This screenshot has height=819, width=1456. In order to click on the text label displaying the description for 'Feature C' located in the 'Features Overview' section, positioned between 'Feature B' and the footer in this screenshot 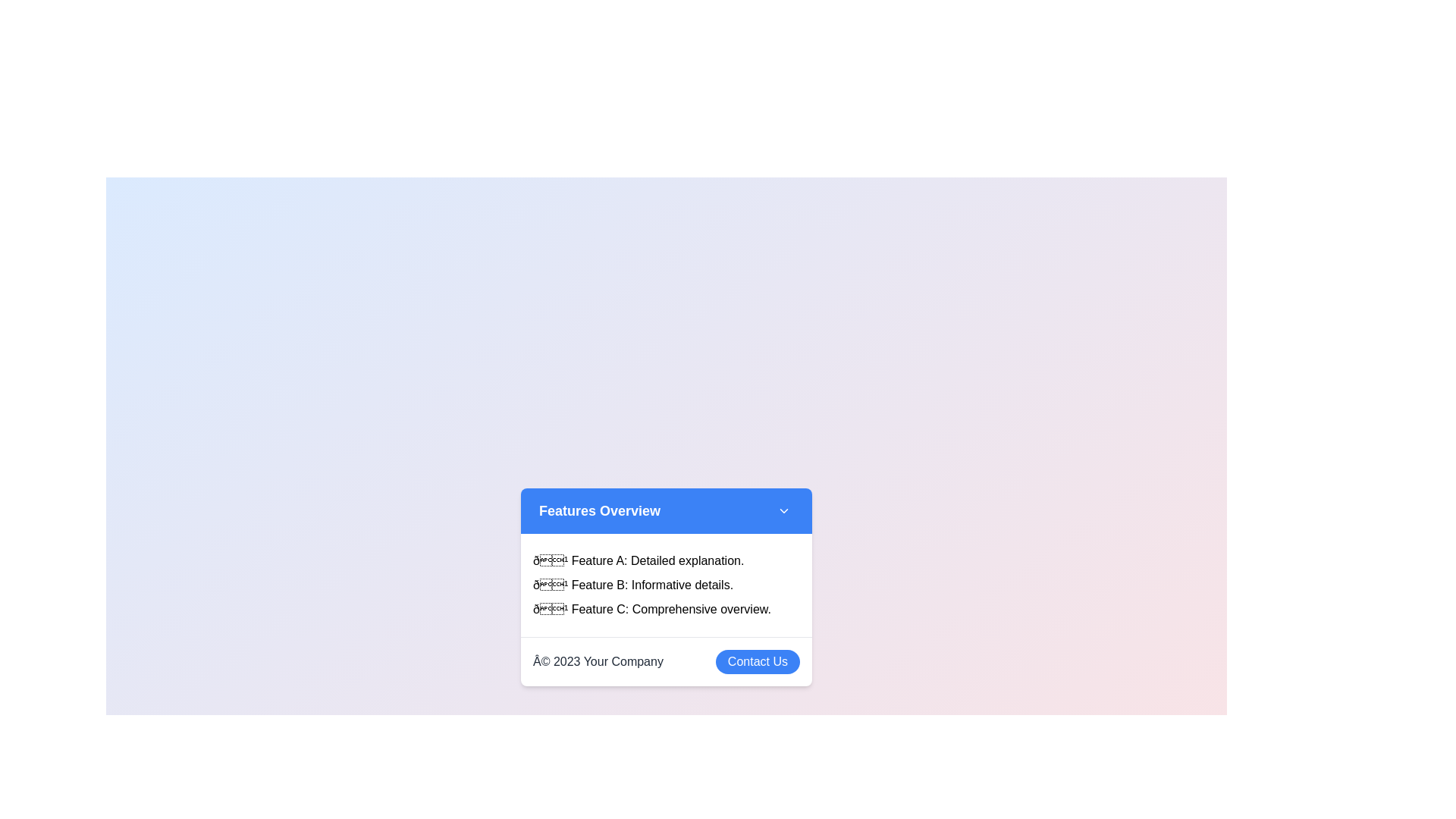, I will do `click(666, 607)`.